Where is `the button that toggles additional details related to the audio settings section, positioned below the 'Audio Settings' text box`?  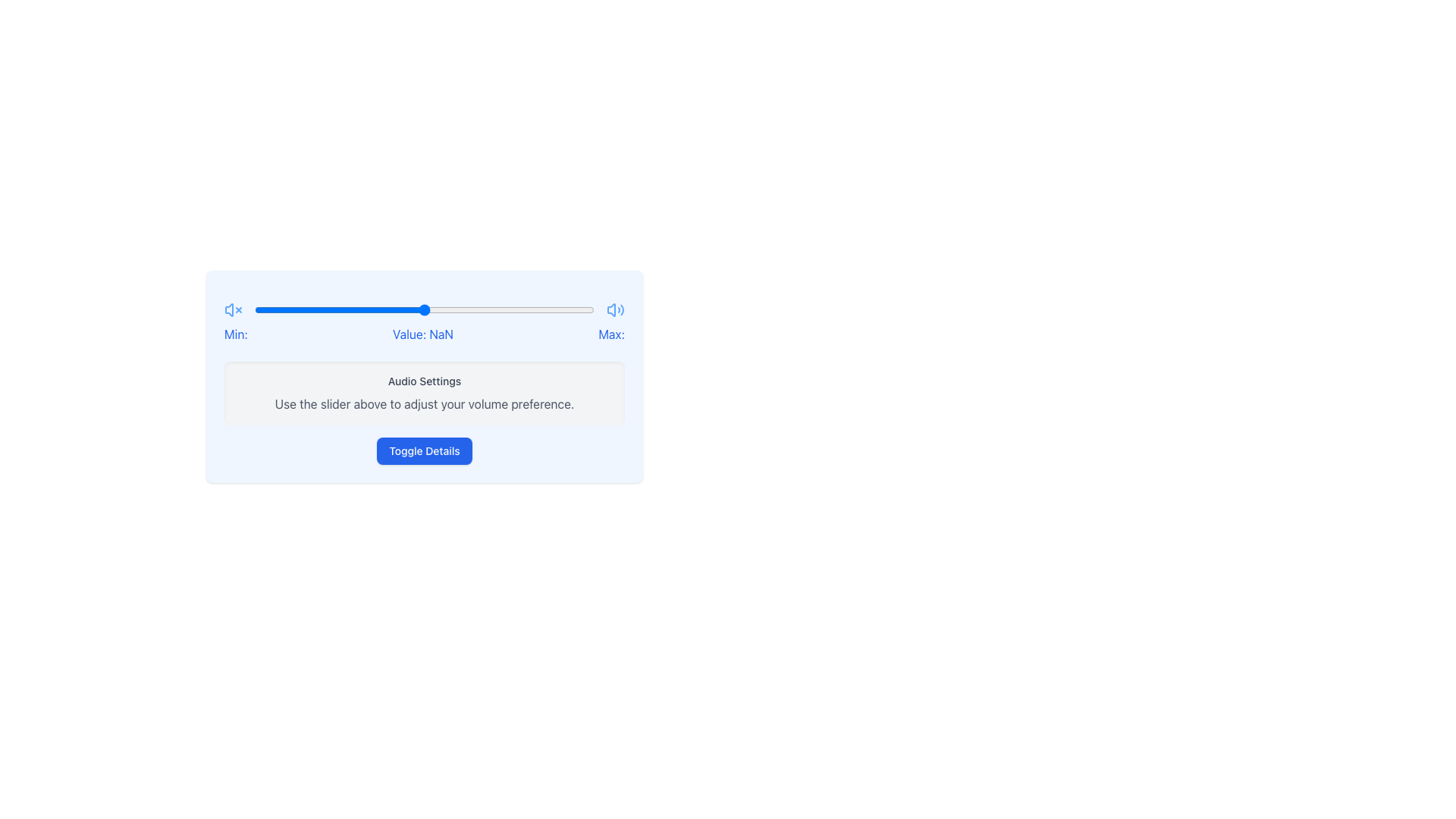 the button that toggles additional details related to the audio settings section, positioned below the 'Audio Settings' text box is located at coordinates (425, 450).